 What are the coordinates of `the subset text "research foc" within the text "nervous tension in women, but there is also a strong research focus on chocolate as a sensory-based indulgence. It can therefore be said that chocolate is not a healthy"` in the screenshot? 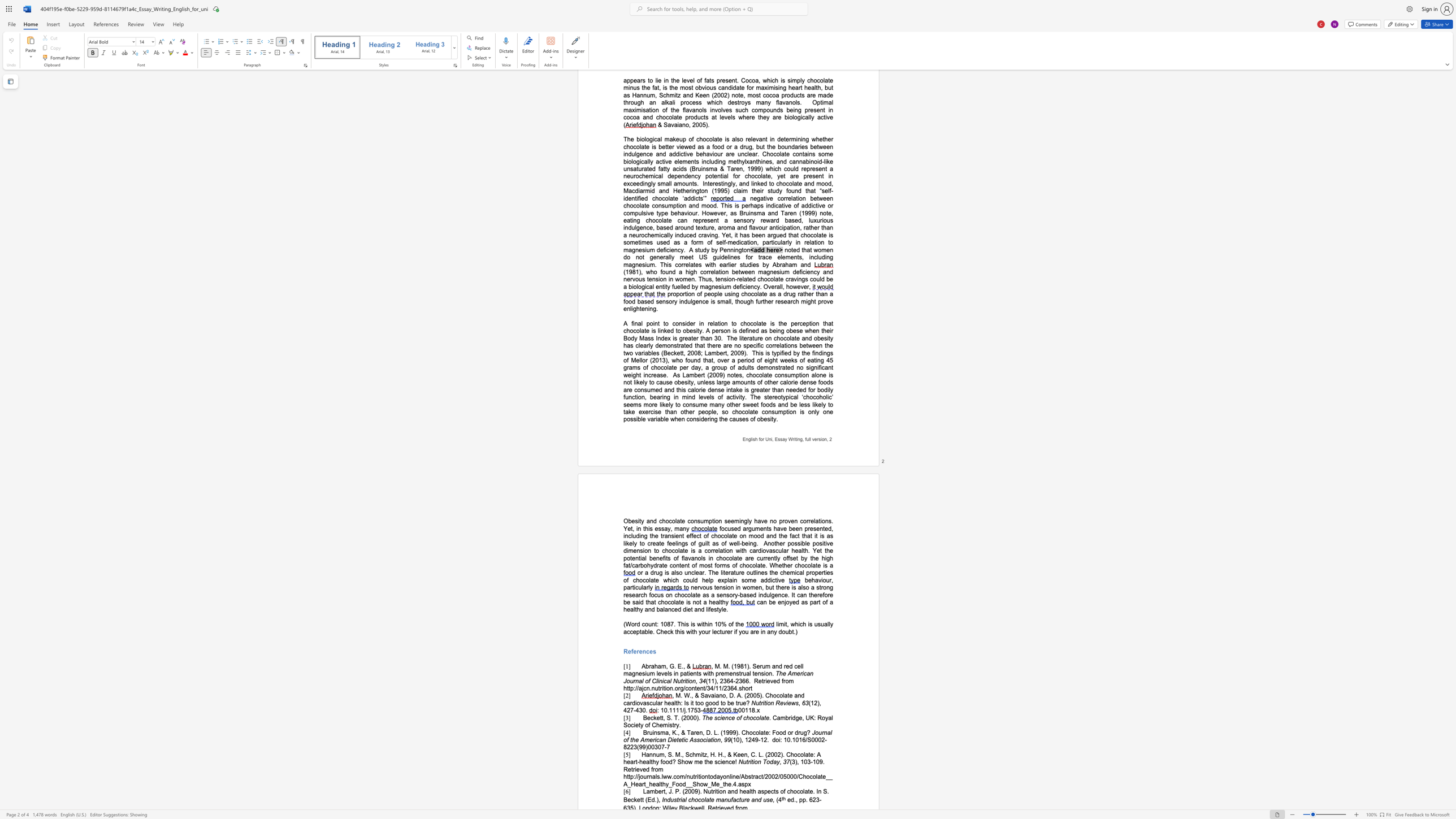 It's located at (623, 594).